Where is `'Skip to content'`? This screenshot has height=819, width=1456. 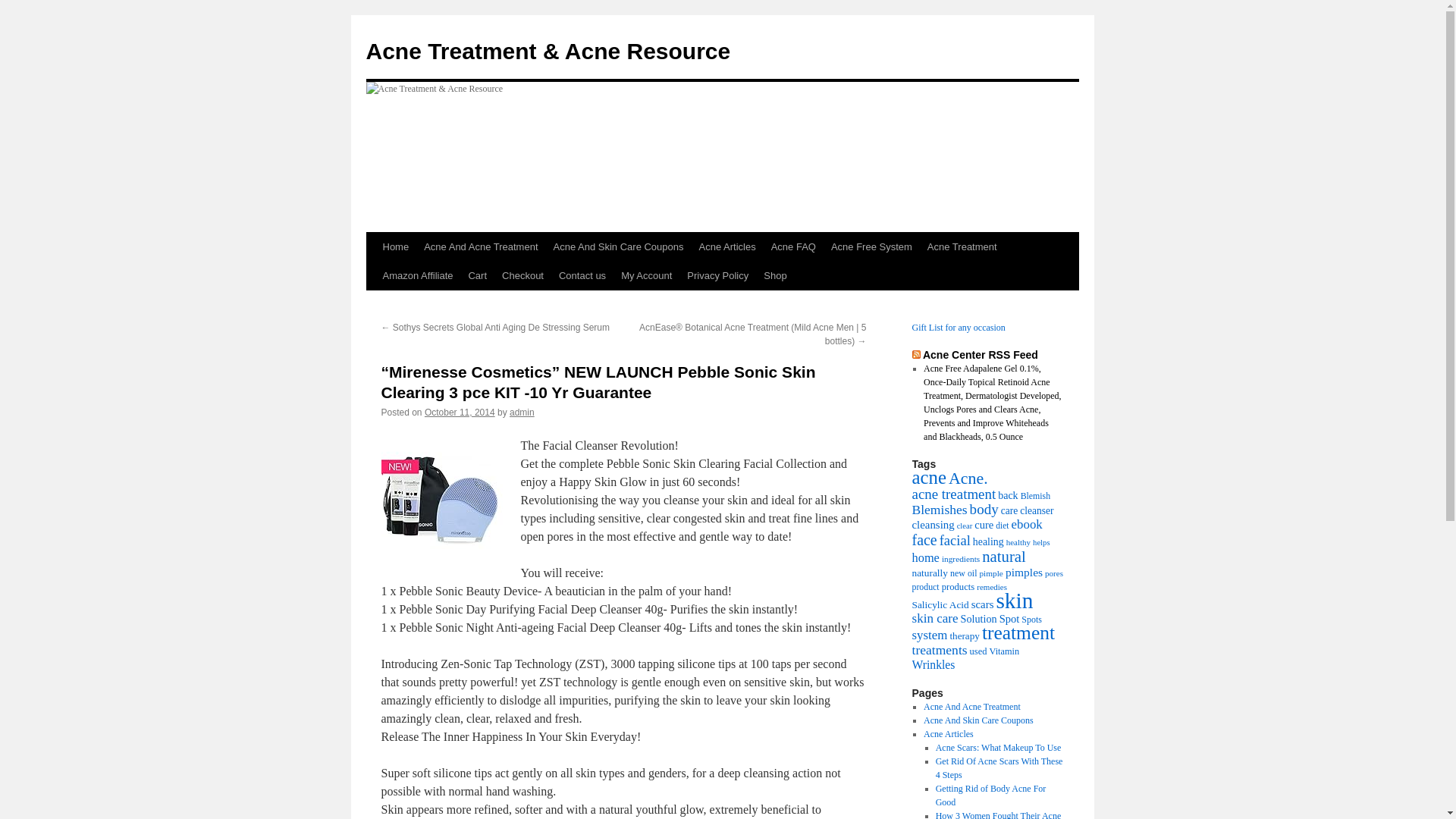
'Skip to content' is located at coordinates (372, 275).